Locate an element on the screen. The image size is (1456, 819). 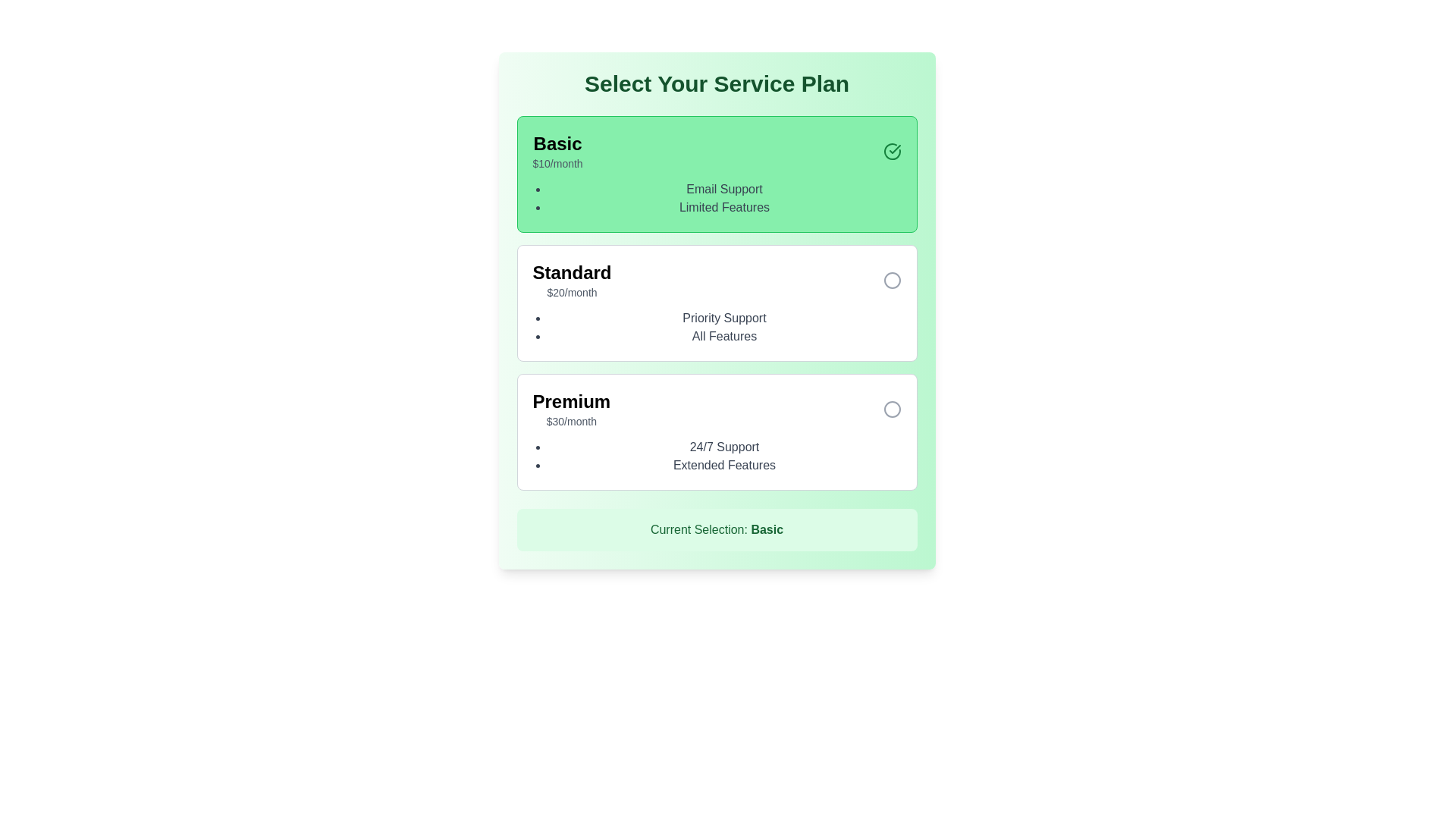
the bold, large, dark green heading text 'Select Your Service Plan' at the top of the service selection panel is located at coordinates (716, 84).